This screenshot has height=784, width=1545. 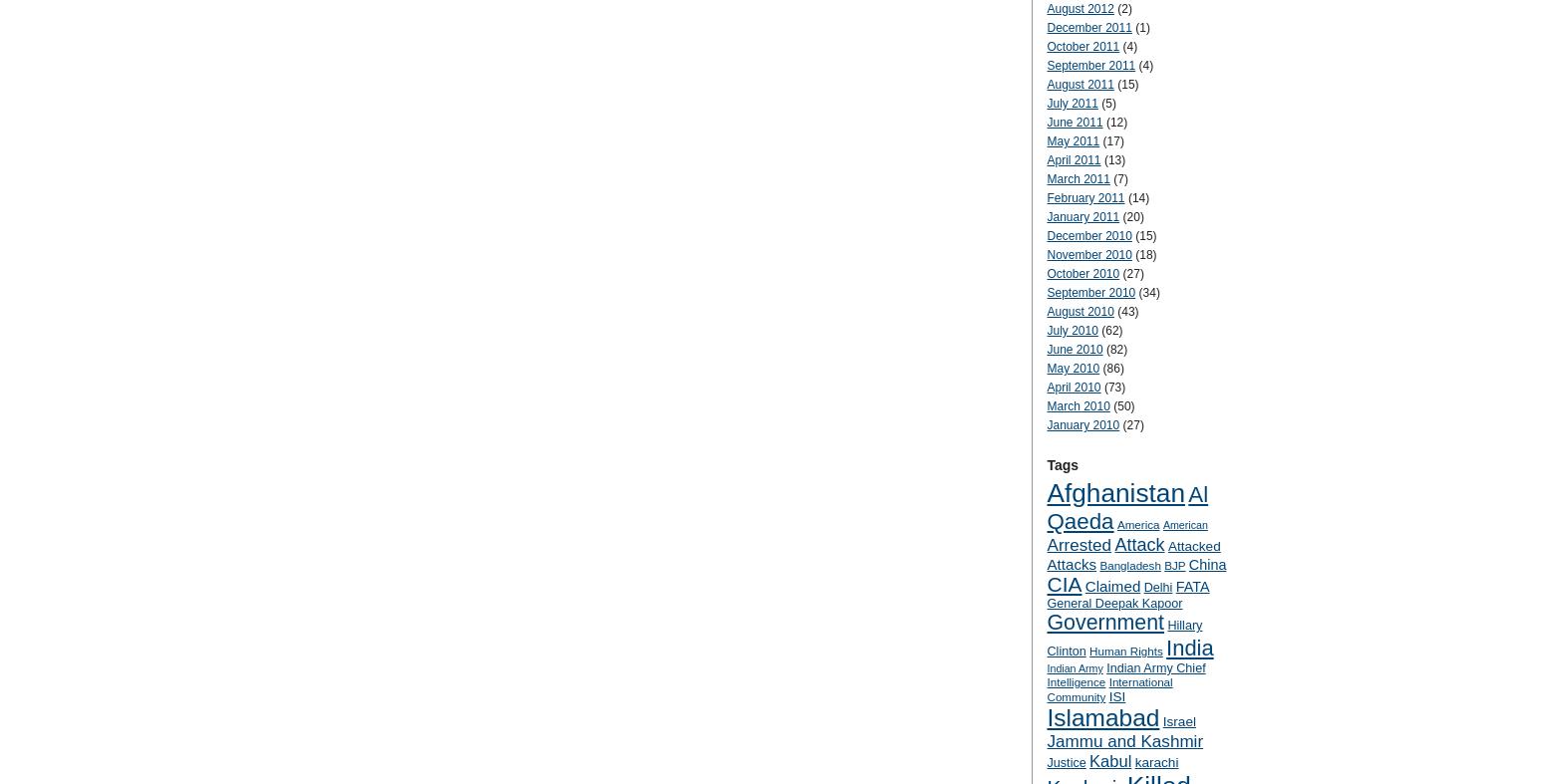 What do you see at coordinates (1121, 7) in the screenshot?
I see `'(2)'` at bounding box center [1121, 7].